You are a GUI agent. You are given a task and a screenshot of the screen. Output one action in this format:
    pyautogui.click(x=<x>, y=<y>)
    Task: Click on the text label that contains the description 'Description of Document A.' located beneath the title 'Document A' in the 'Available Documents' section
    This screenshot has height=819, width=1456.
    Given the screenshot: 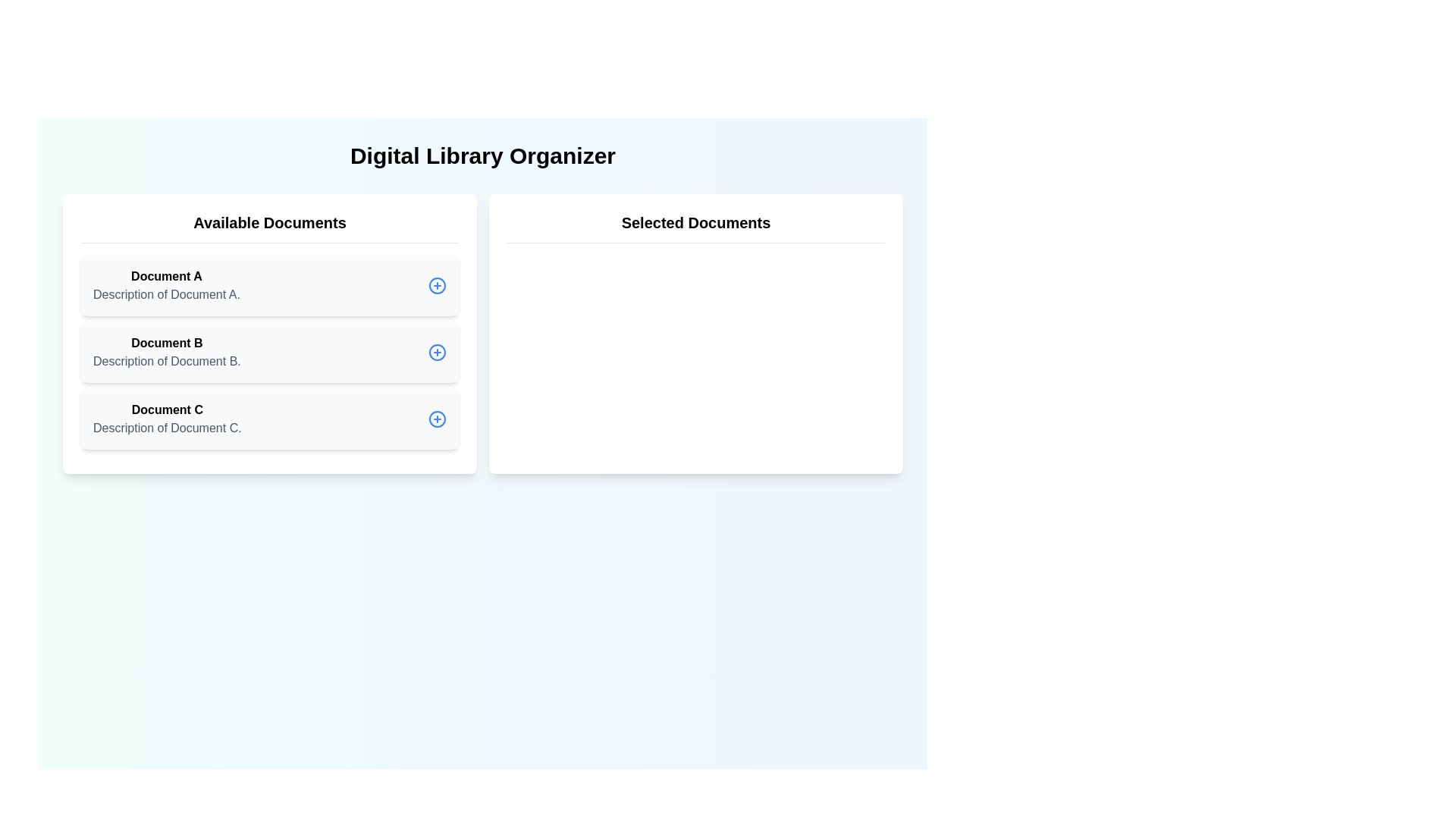 What is the action you would take?
    pyautogui.click(x=167, y=295)
    